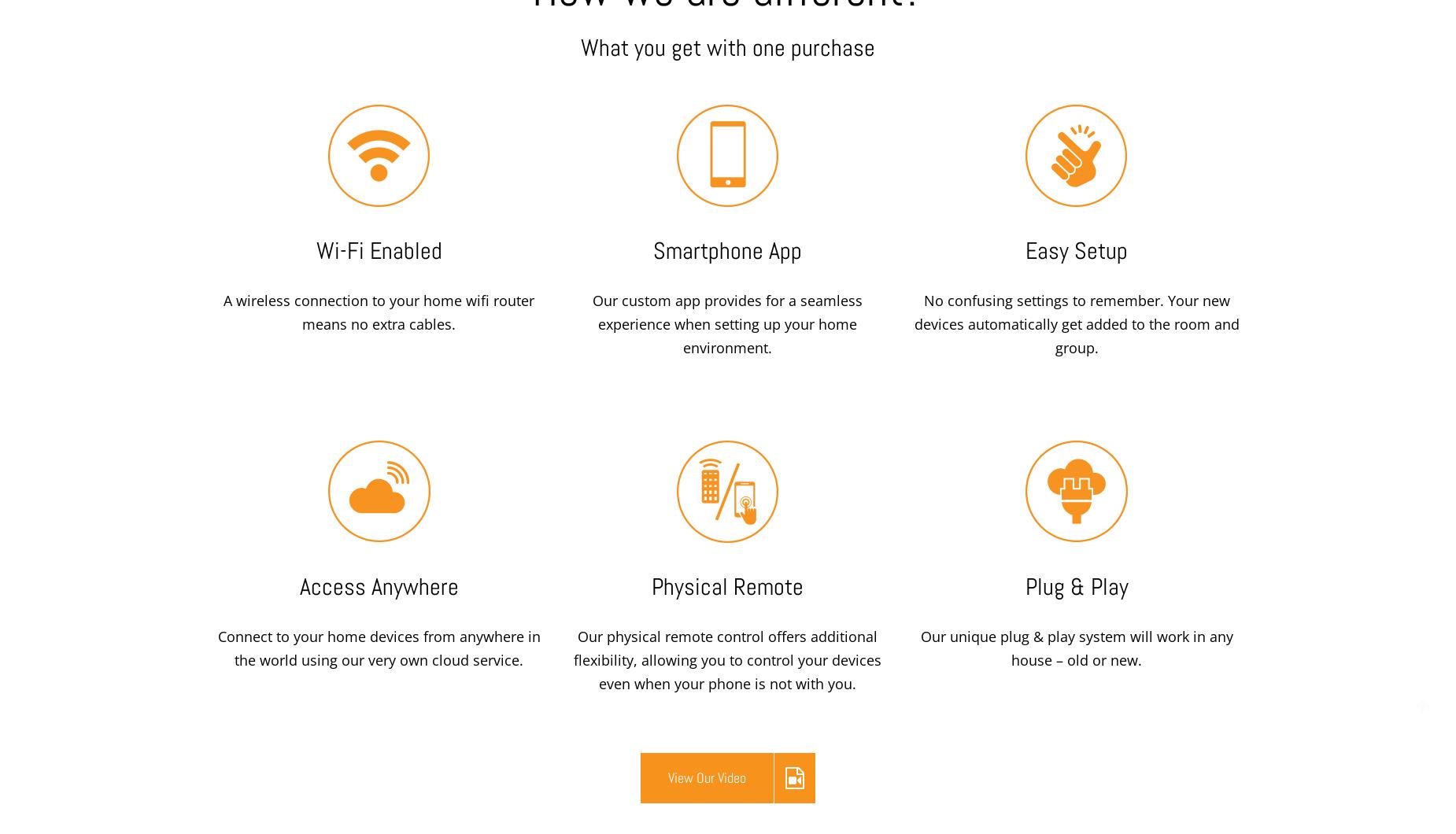  What do you see at coordinates (727, 323) in the screenshot?
I see `'Our custom app provides for a seamless experience when setting up your home environment.'` at bounding box center [727, 323].